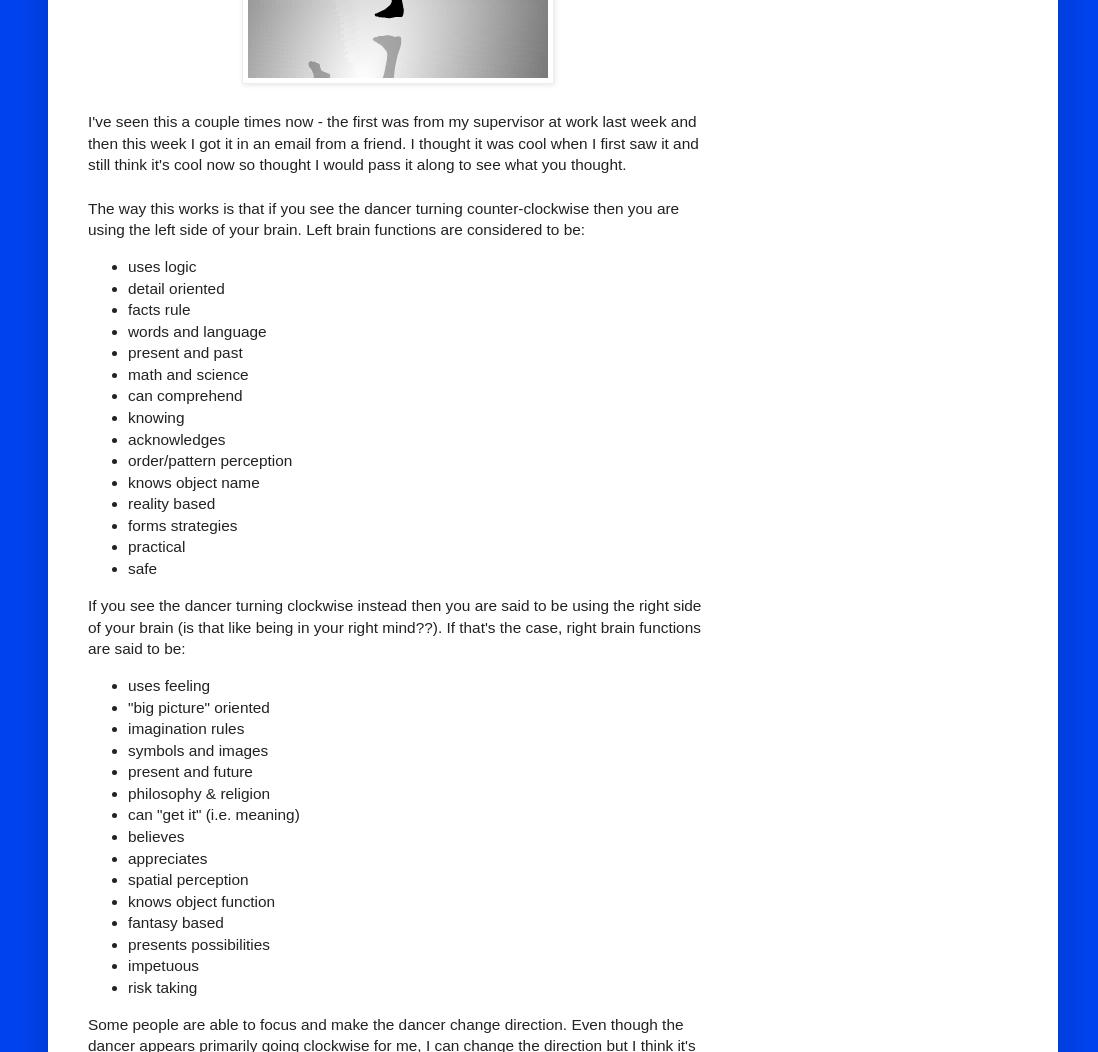 The image size is (1098, 1052). Describe the element at coordinates (128, 900) in the screenshot. I see `'knows object function'` at that location.